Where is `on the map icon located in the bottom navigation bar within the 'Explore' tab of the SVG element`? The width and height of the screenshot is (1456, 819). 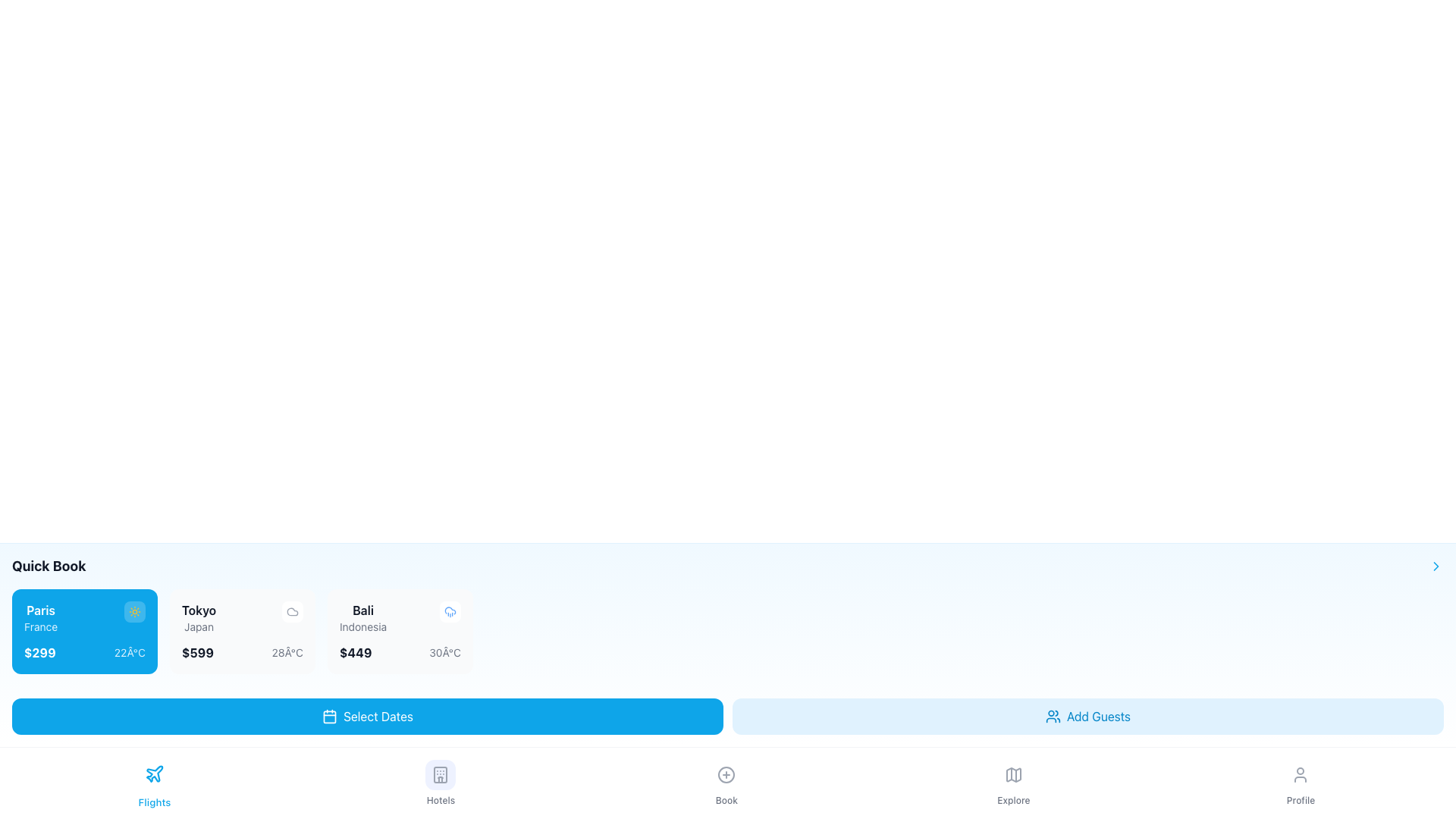 on the map icon located in the bottom navigation bar within the 'Explore' tab of the SVG element is located at coordinates (1013, 775).